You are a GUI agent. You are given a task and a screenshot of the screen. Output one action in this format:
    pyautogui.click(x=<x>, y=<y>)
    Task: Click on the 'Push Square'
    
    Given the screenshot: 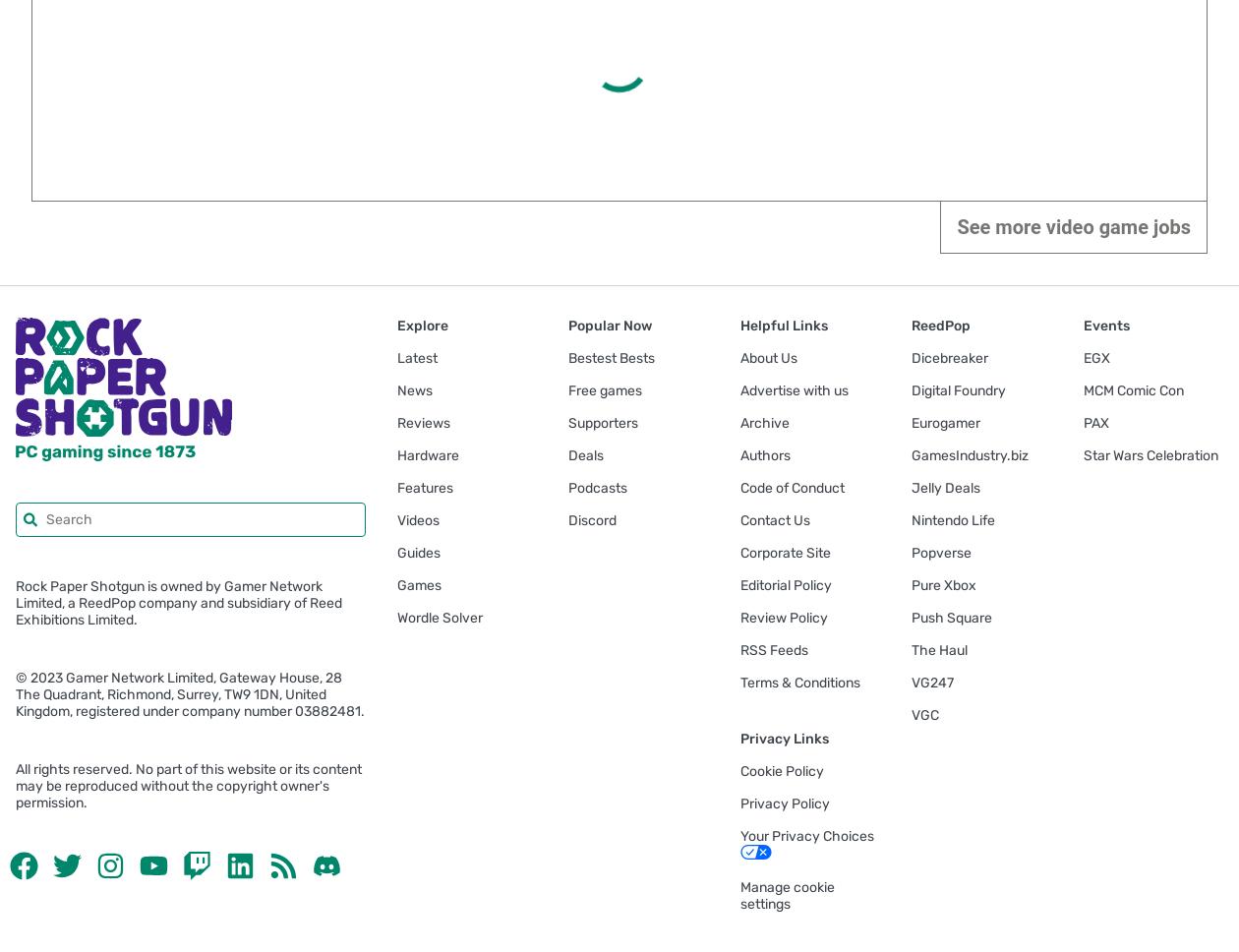 What is the action you would take?
    pyautogui.click(x=911, y=617)
    